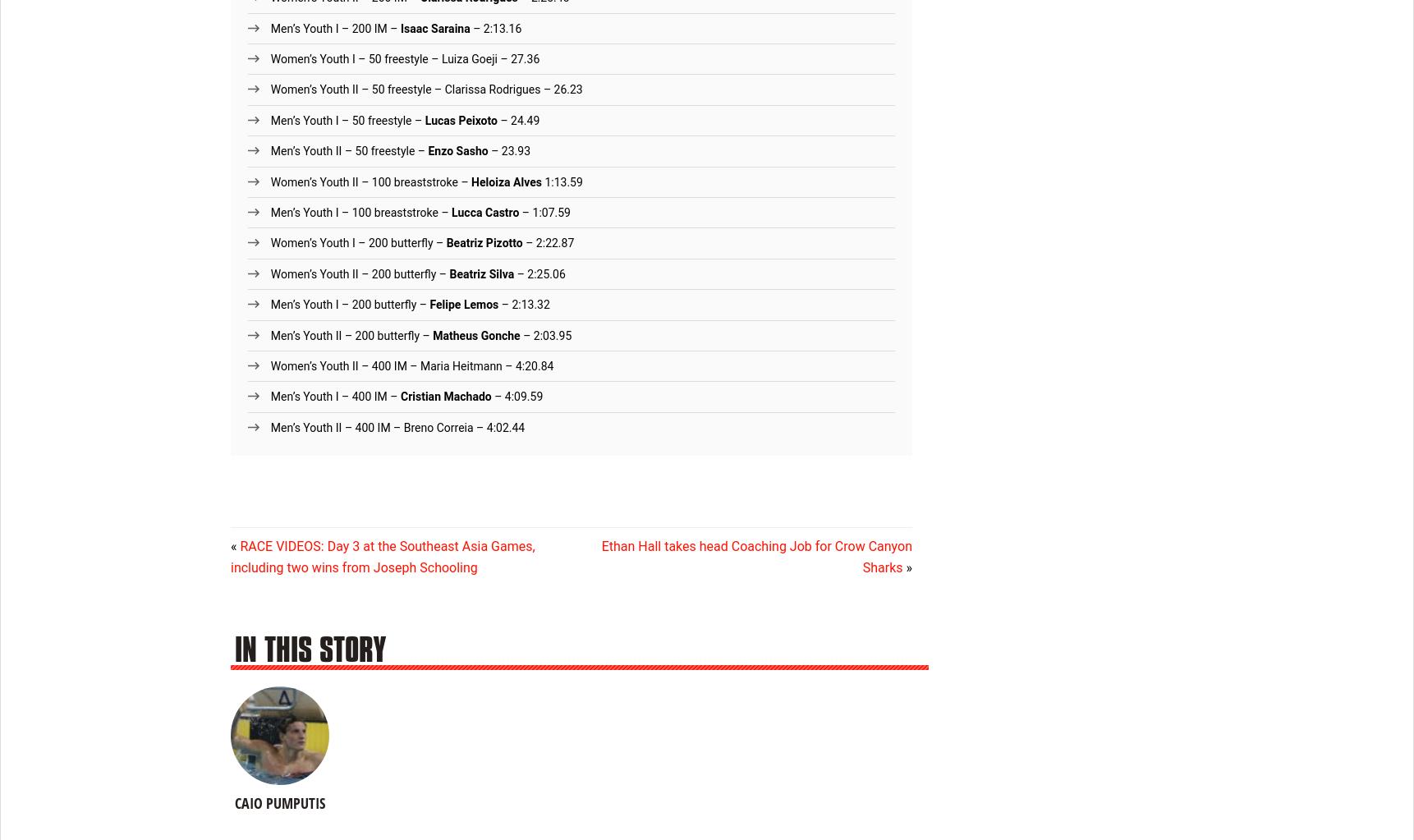  I want to click on 'Isaac Saraina', so click(433, 27).